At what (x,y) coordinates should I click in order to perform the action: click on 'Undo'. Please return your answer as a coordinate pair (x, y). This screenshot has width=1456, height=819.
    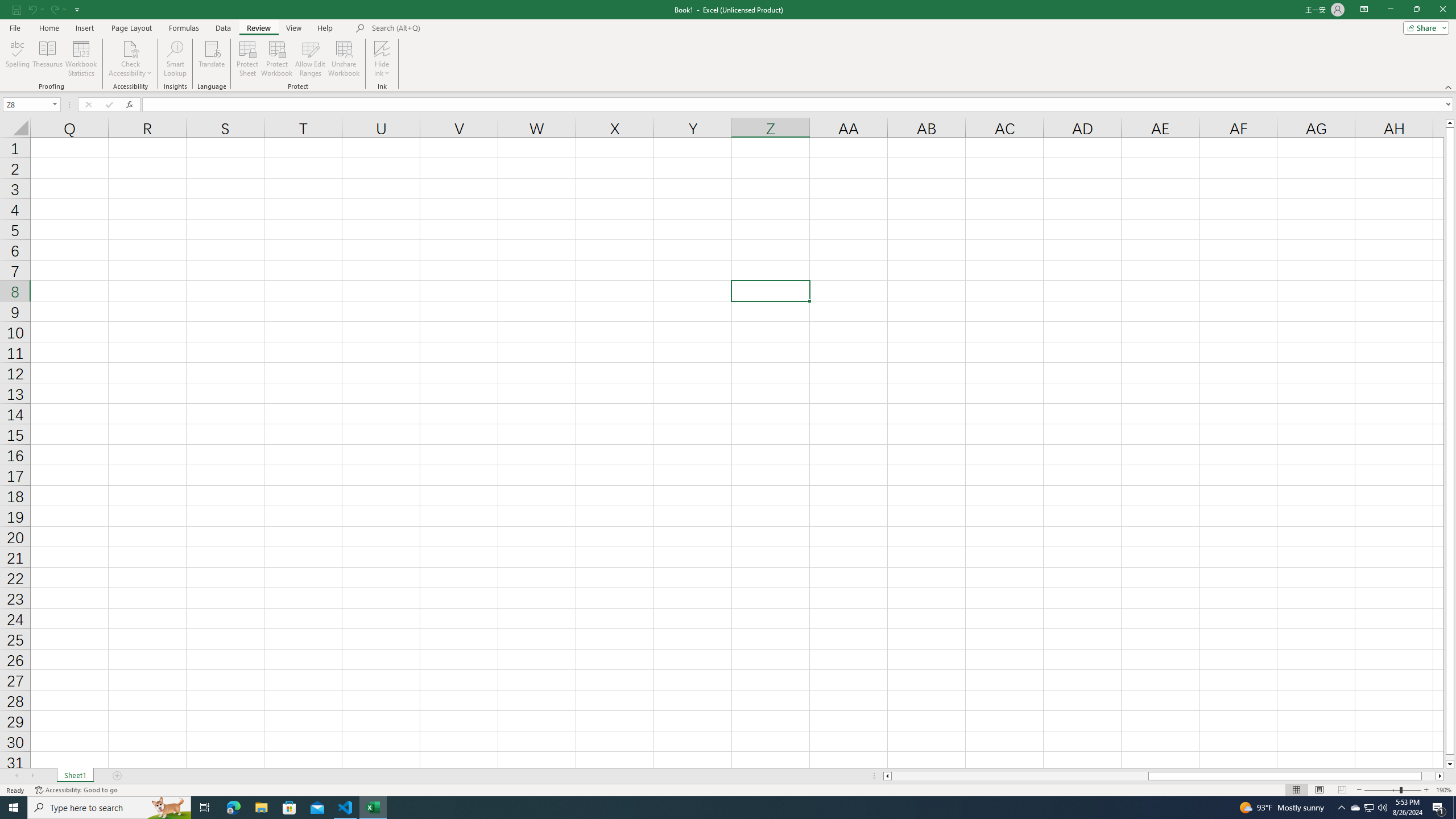
    Looking at the image, I should click on (35, 9).